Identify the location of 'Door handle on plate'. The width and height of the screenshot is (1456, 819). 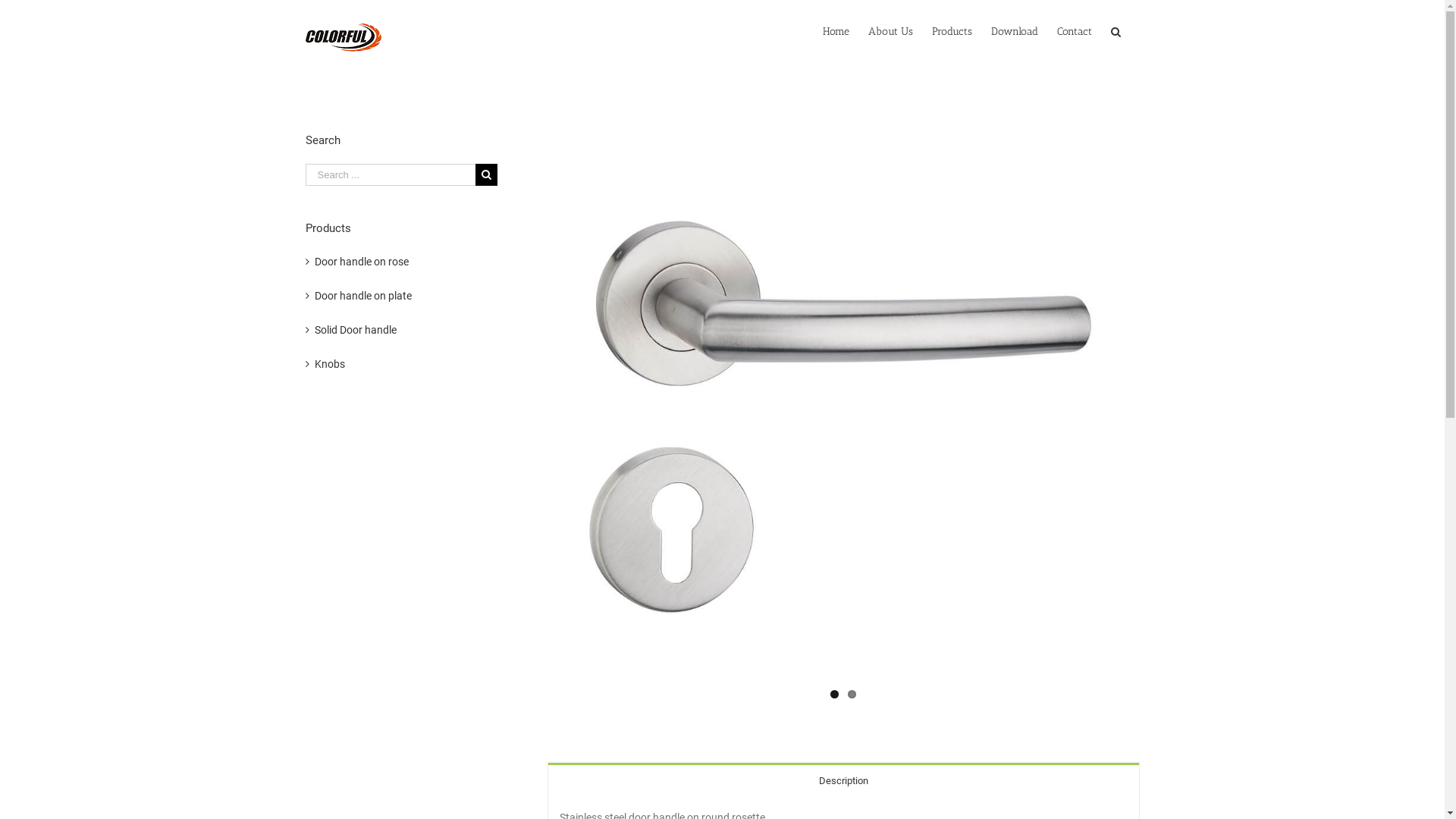
(312, 295).